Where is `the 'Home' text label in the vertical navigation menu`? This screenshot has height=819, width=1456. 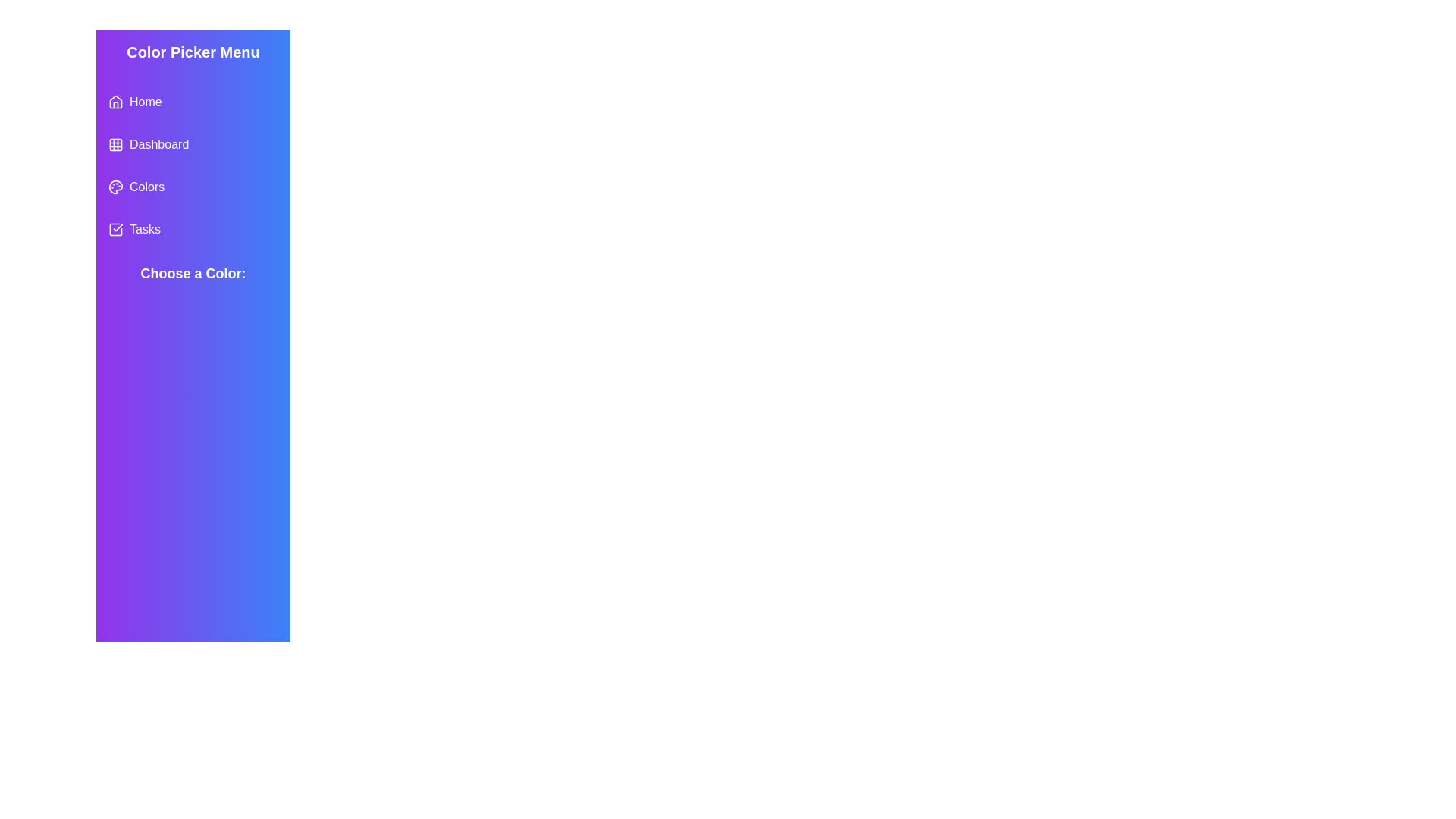 the 'Home' text label in the vertical navigation menu is located at coordinates (146, 102).